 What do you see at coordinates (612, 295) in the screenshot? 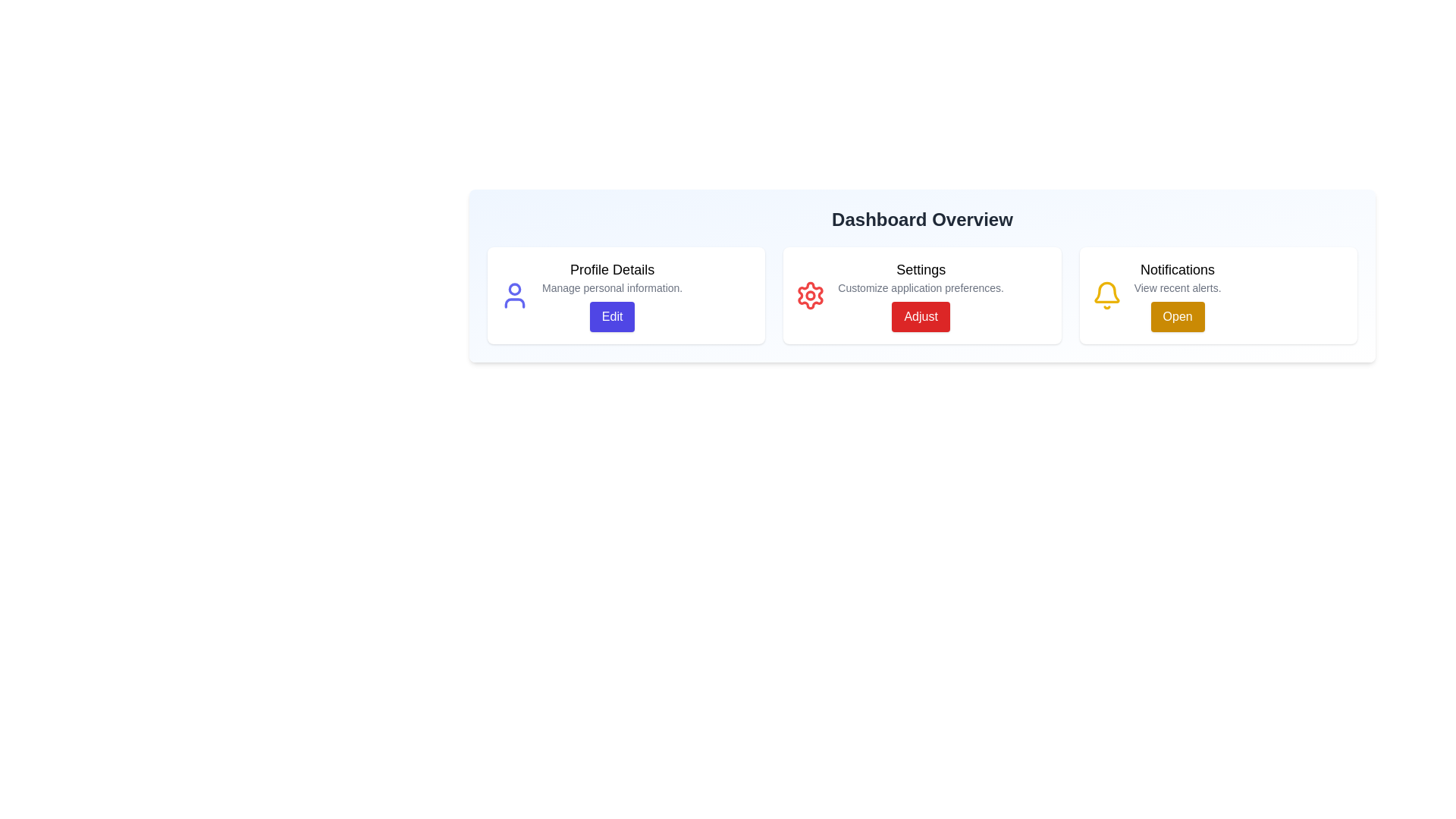
I see `the 'Edit' button in the 'Profile Details' section to initiate the editing of profile details` at bounding box center [612, 295].